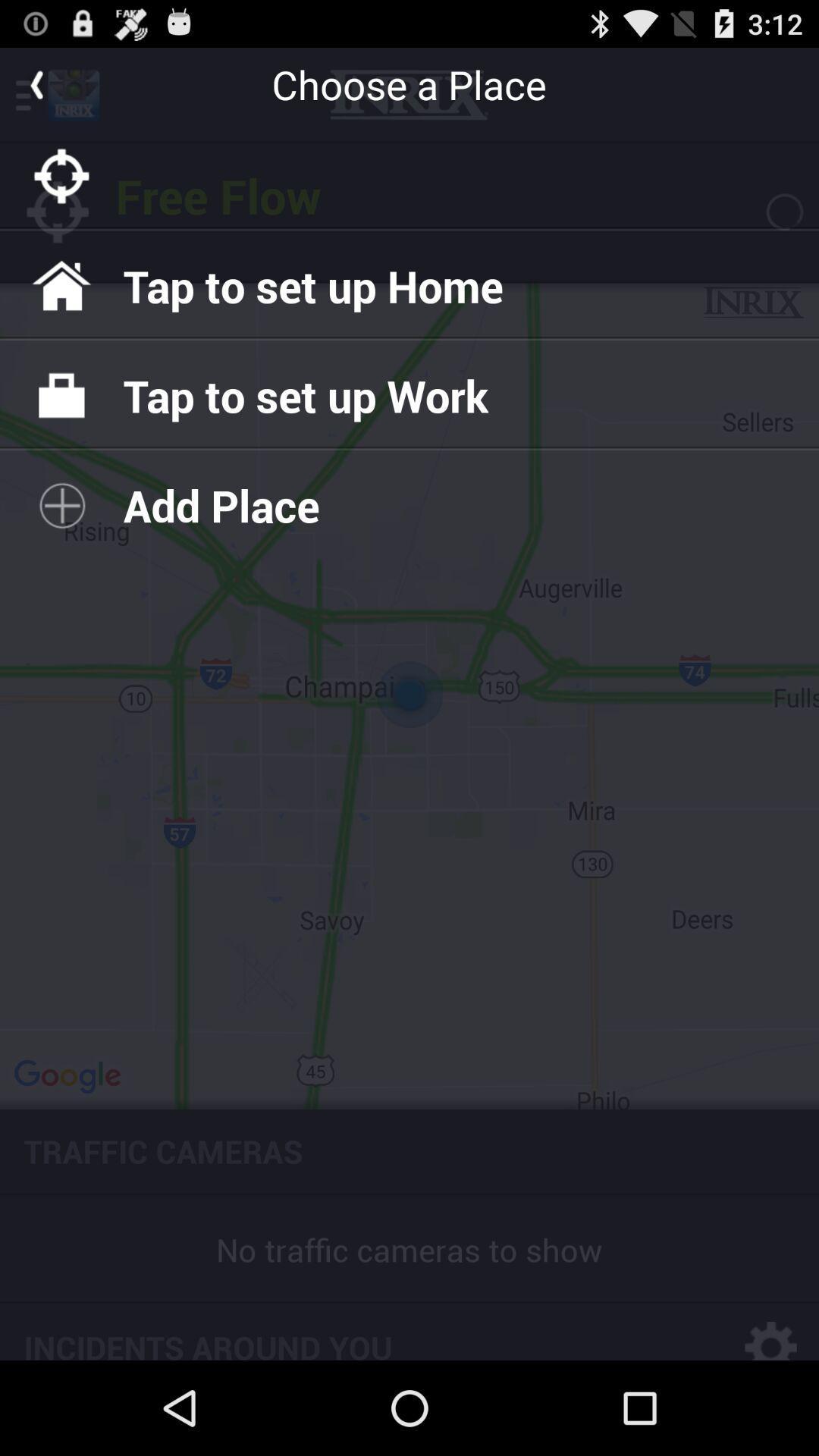  I want to click on the arrow_backward icon, so click(35, 89).